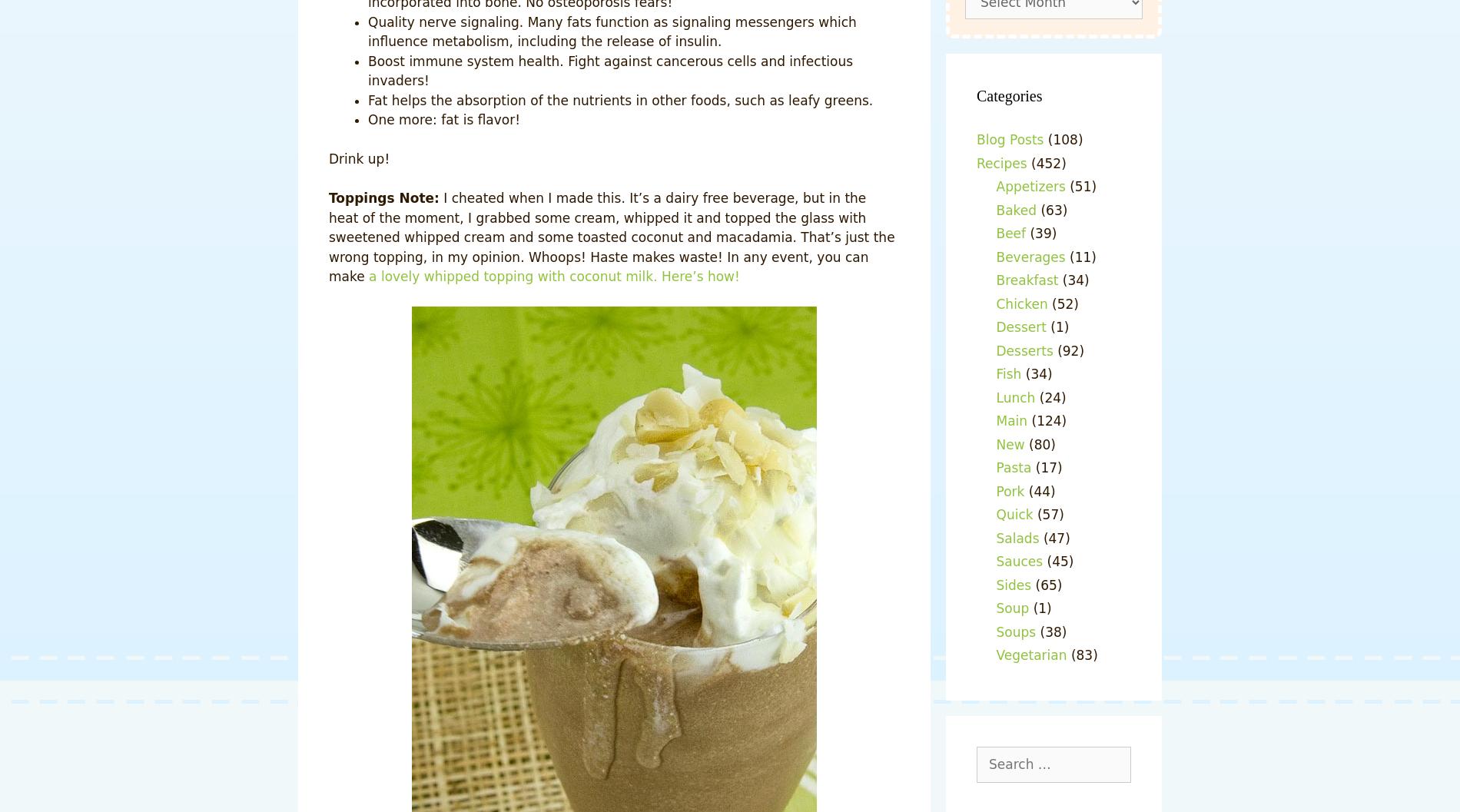 The image size is (1460, 812). Describe the element at coordinates (1045, 585) in the screenshot. I see `'(65)'` at that location.